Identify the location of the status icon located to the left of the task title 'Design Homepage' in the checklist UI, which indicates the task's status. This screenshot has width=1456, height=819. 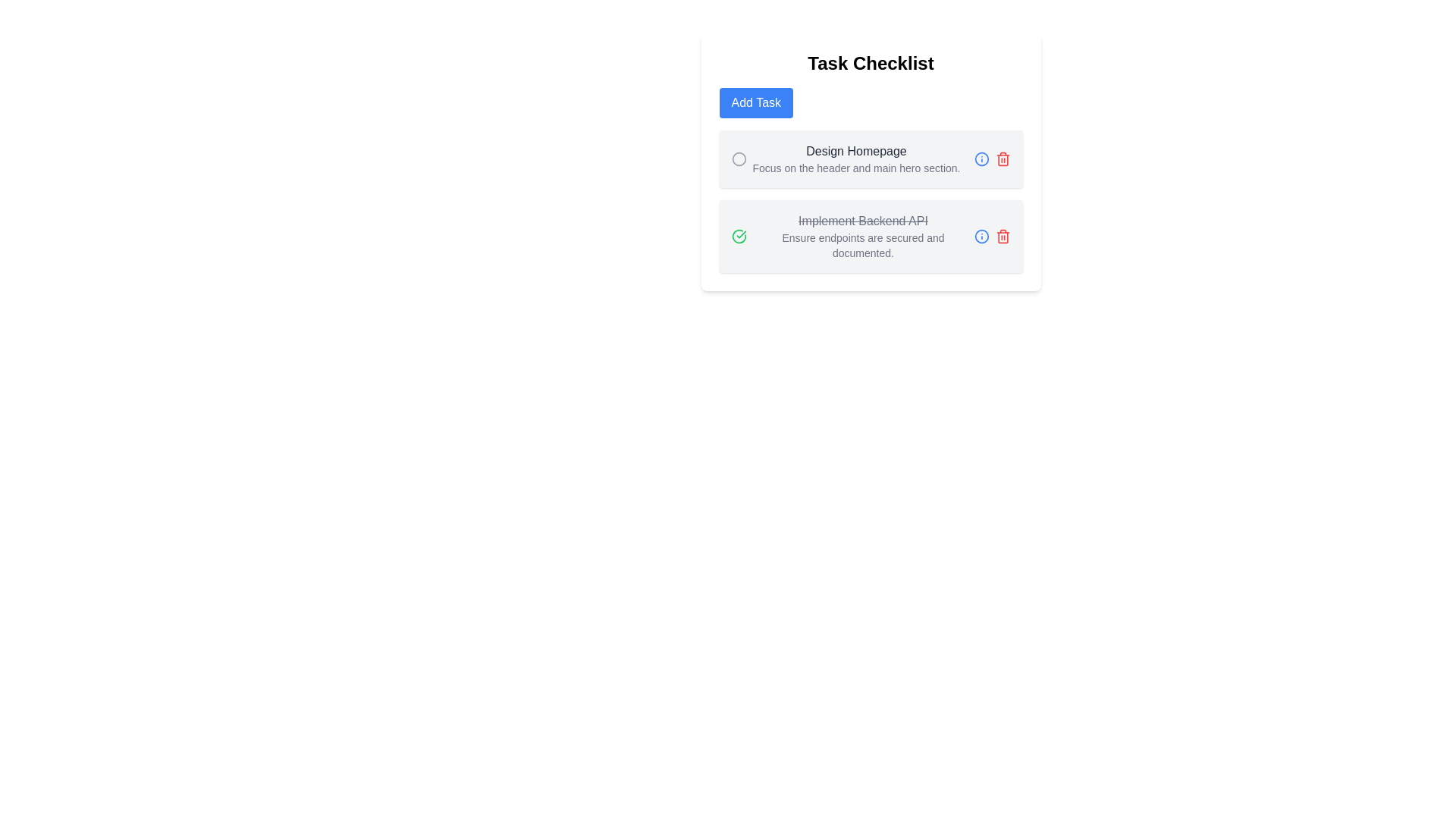
(739, 158).